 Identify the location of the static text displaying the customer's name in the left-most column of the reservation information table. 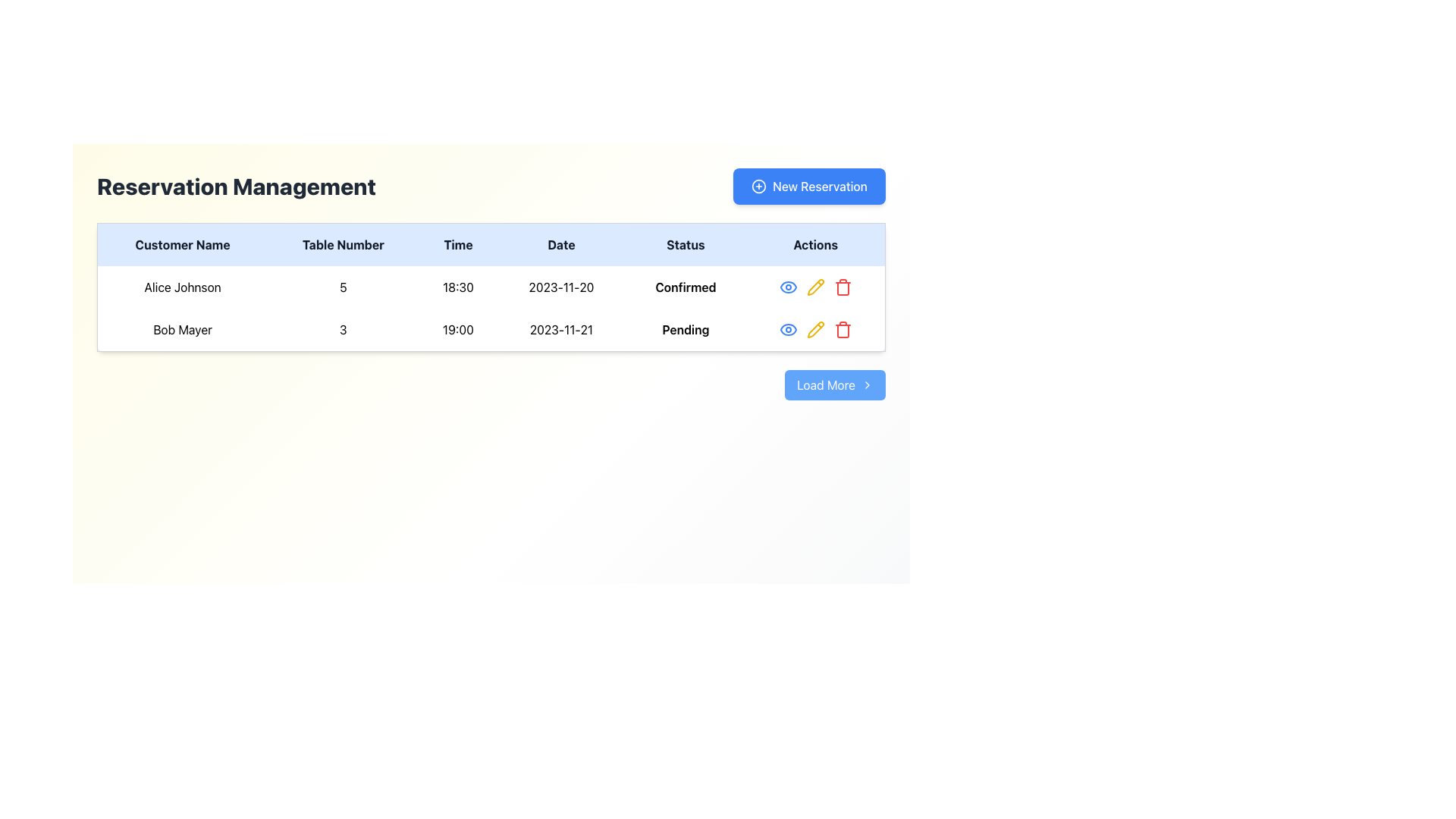
(182, 287).